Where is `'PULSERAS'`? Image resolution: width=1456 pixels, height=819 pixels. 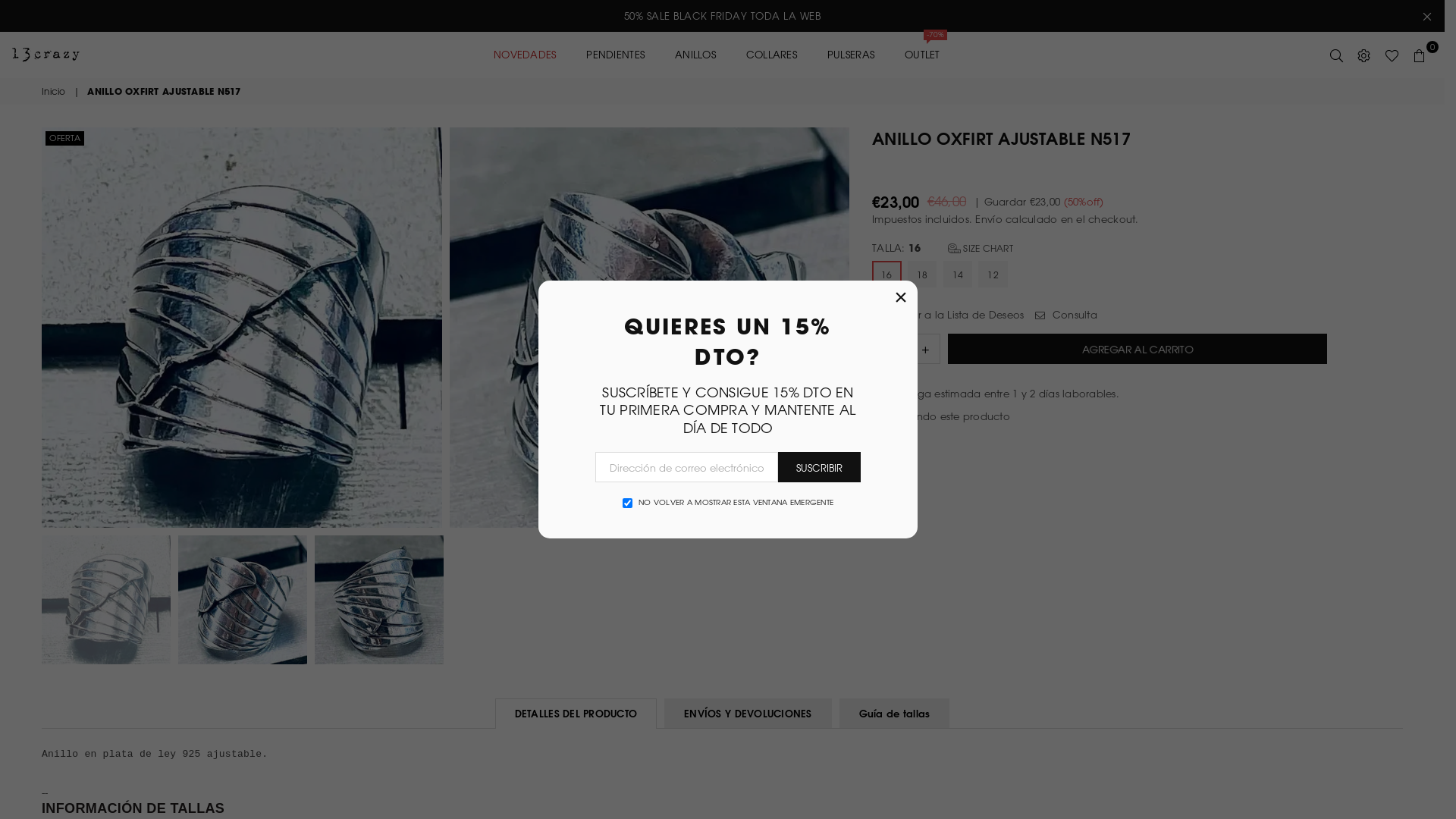
'PULSERAS' is located at coordinates (851, 54).